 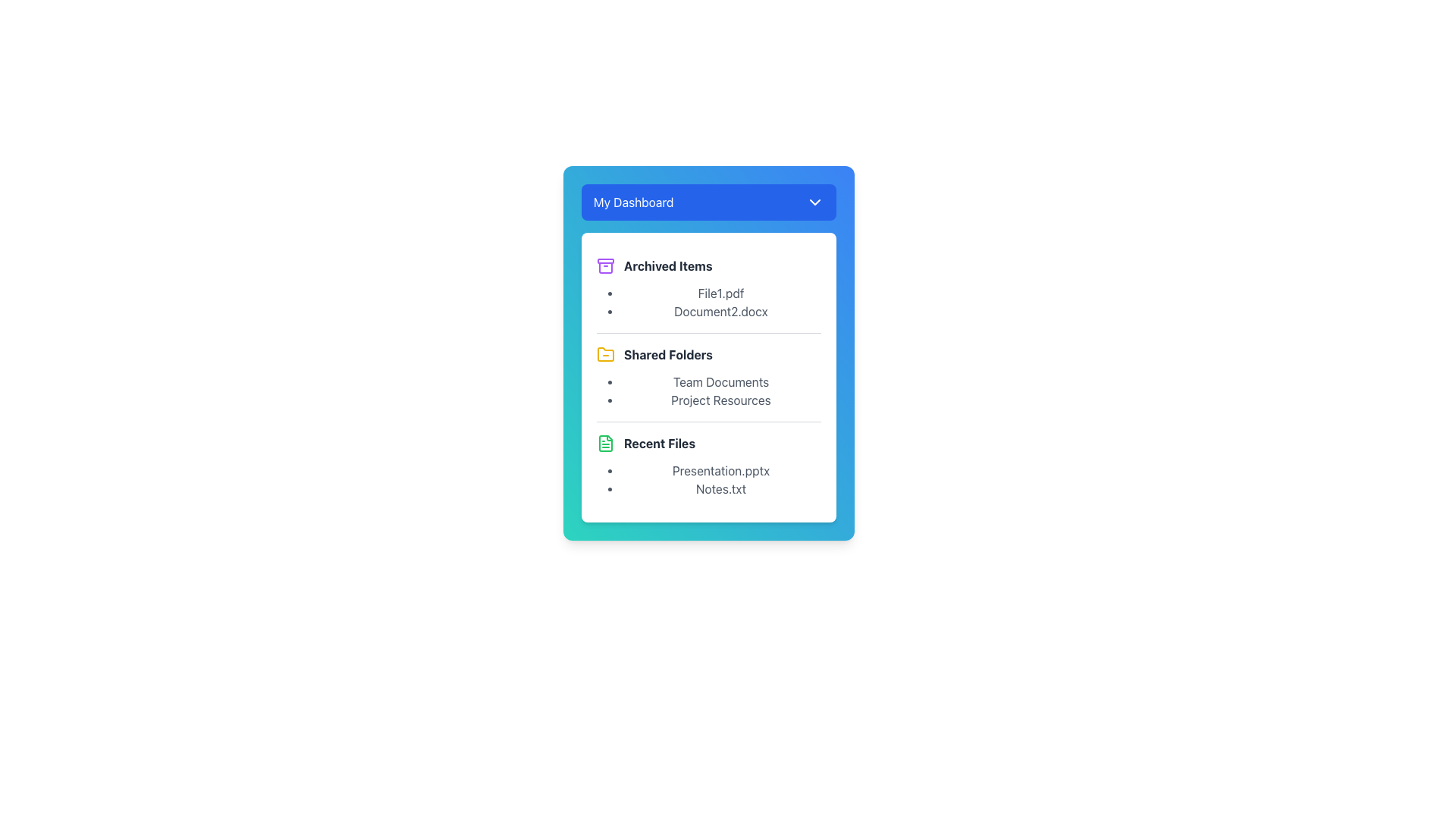 What do you see at coordinates (814, 201) in the screenshot?
I see `the downward arrow chevron icon in the blue header bar, located to the right of 'My Dashboard'` at bounding box center [814, 201].